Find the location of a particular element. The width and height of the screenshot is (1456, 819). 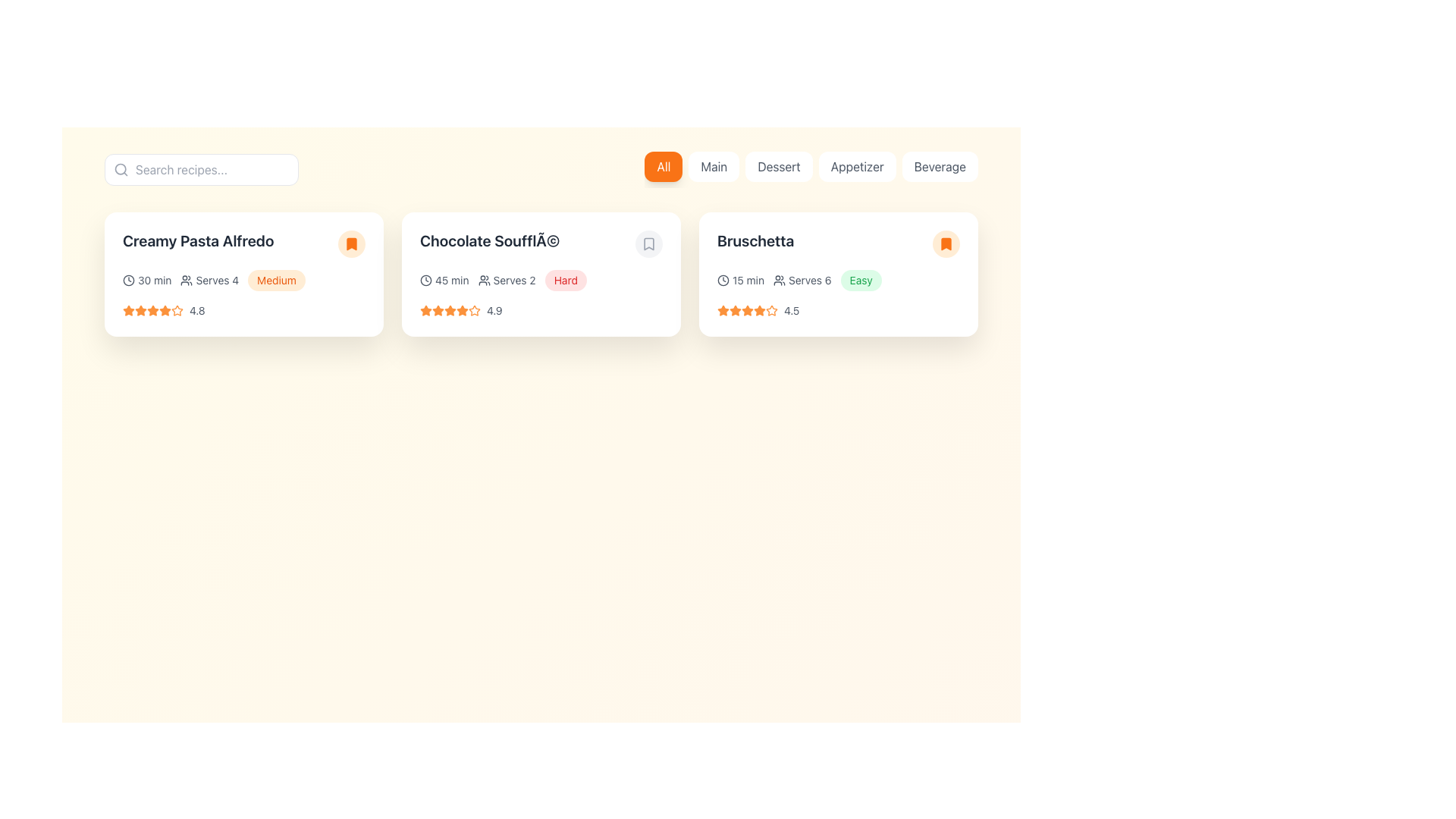

the second star icon in the rating system for the 'Chocolate Soufflé' recipe is located at coordinates (461, 309).